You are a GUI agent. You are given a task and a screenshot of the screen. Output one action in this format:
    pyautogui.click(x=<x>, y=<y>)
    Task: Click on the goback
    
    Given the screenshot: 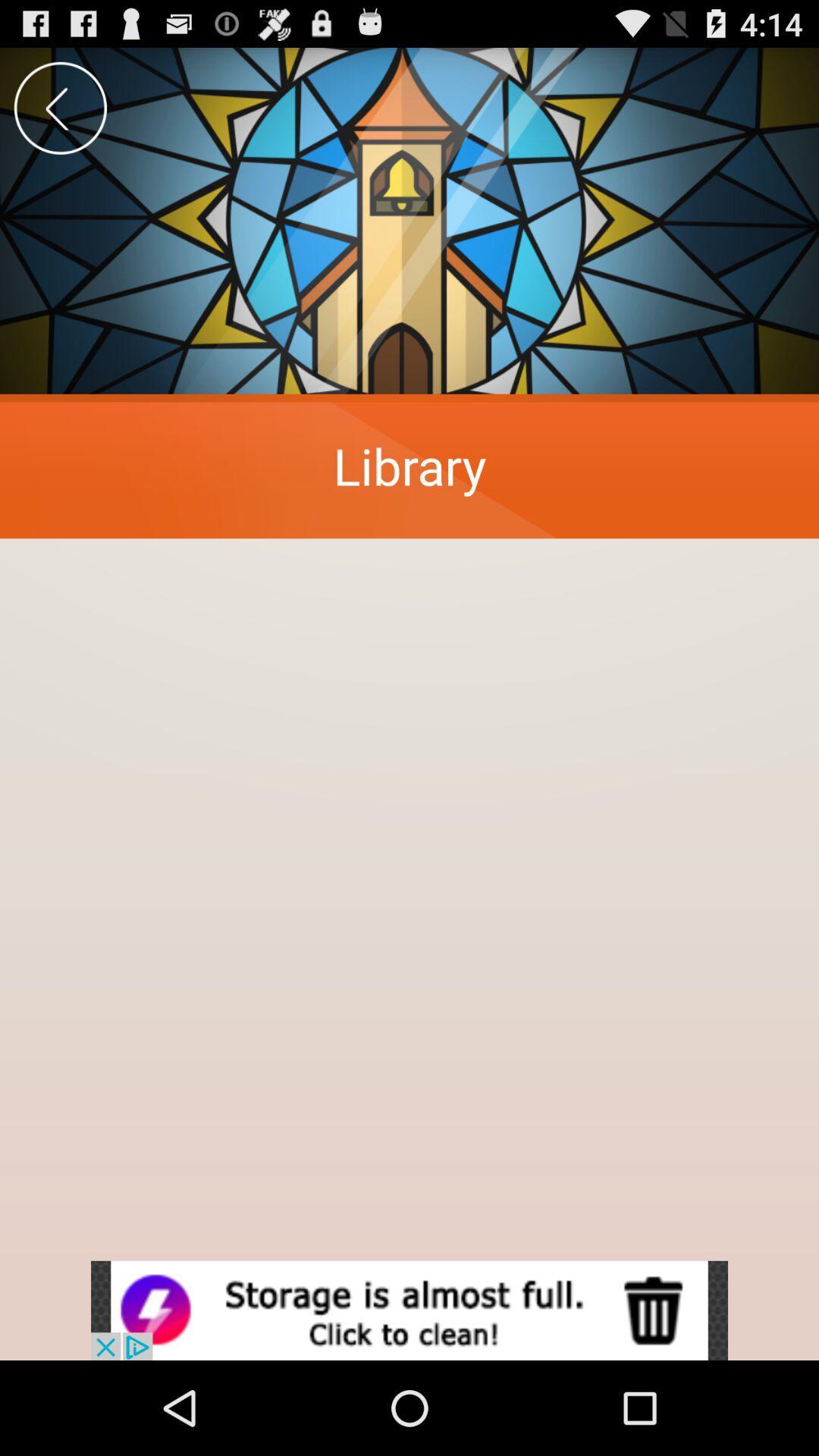 What is the action you would take?
    pyautogui.click(x=59, y=107)
    